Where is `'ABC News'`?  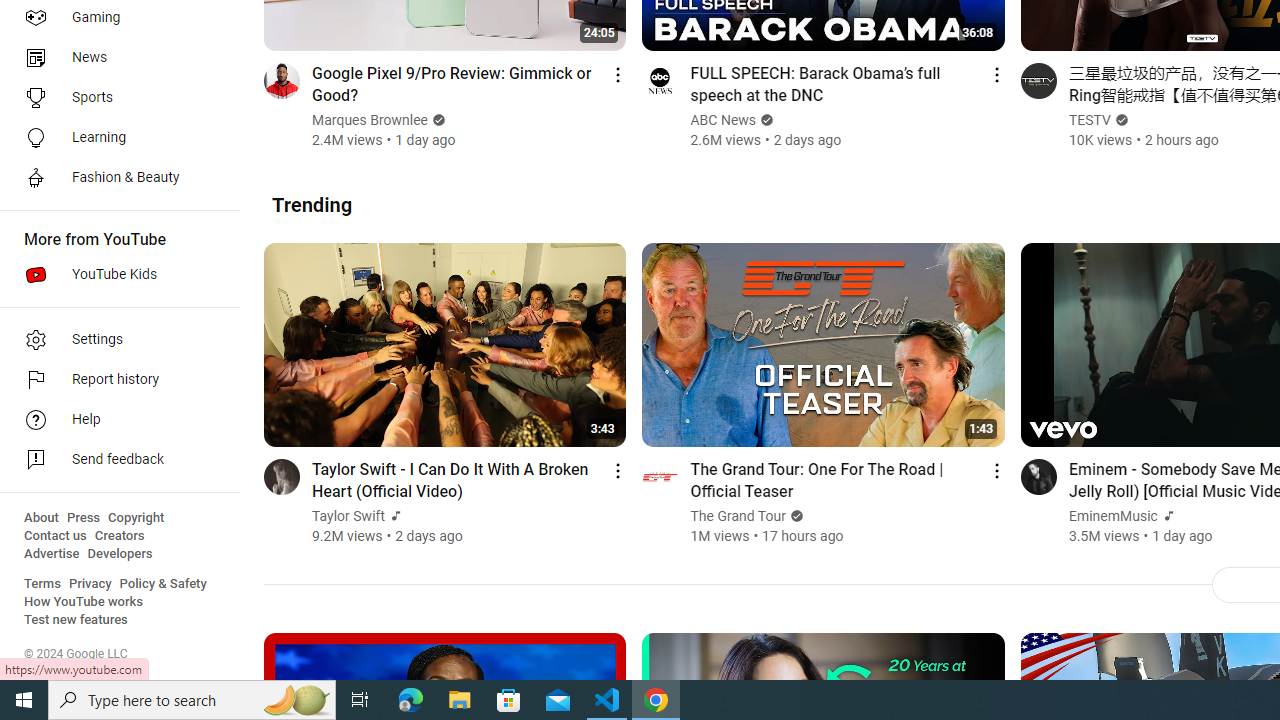 'ABC News' is located at coordinates (722, 120).